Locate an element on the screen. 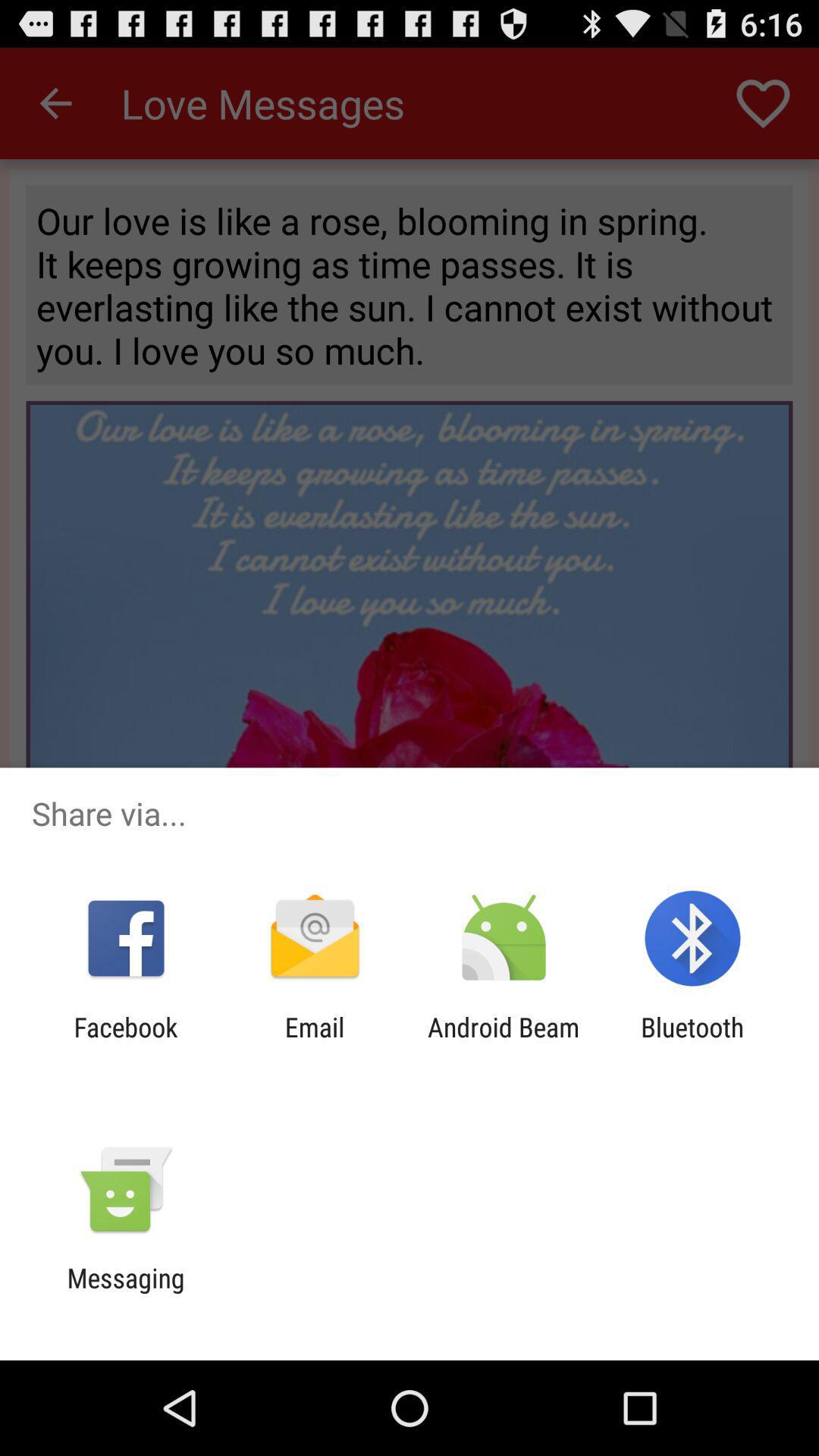  item next to the email app is located at coordinates (125, 1042).